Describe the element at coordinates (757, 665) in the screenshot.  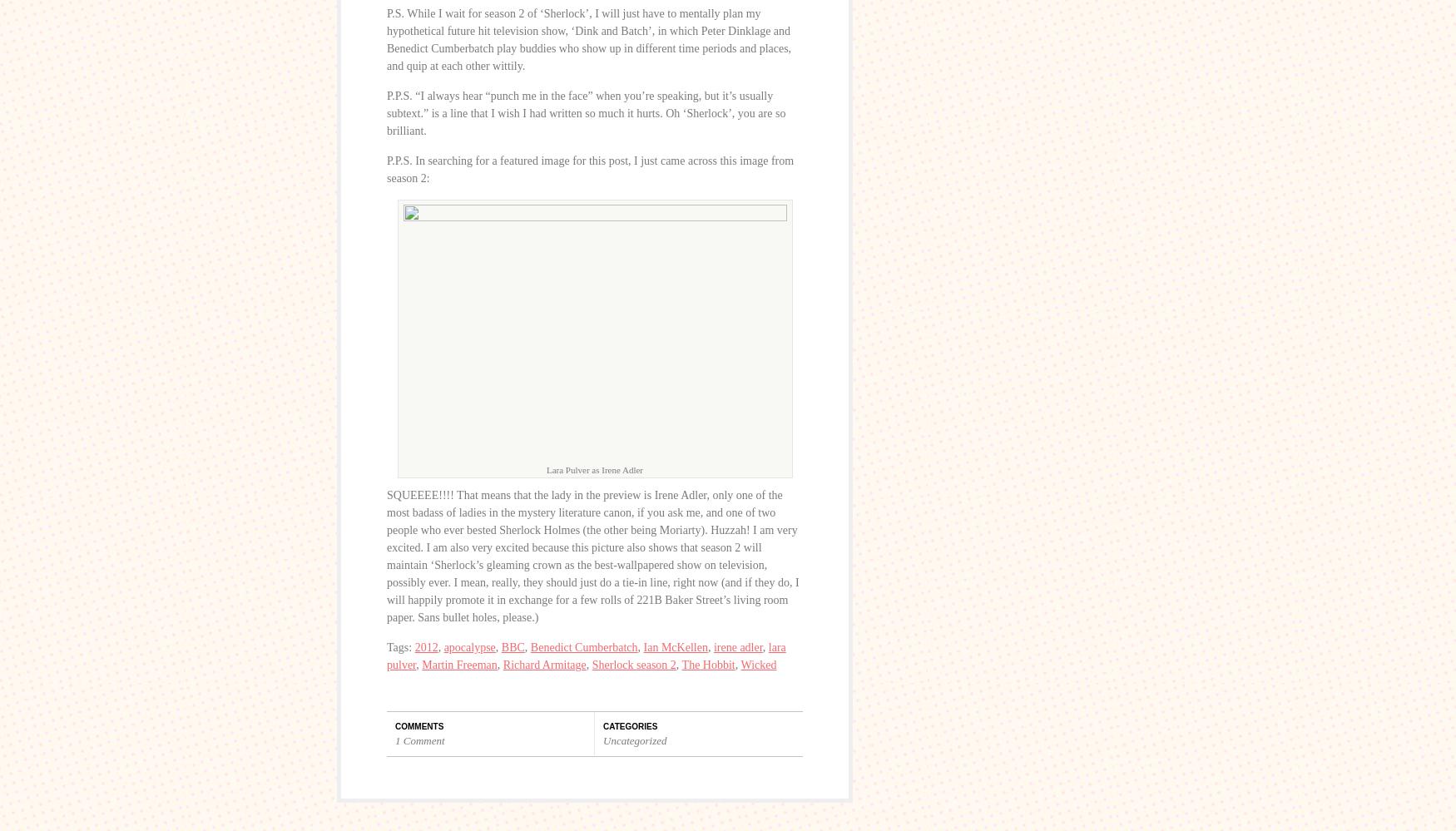
I see `'Wicked'` at that location.